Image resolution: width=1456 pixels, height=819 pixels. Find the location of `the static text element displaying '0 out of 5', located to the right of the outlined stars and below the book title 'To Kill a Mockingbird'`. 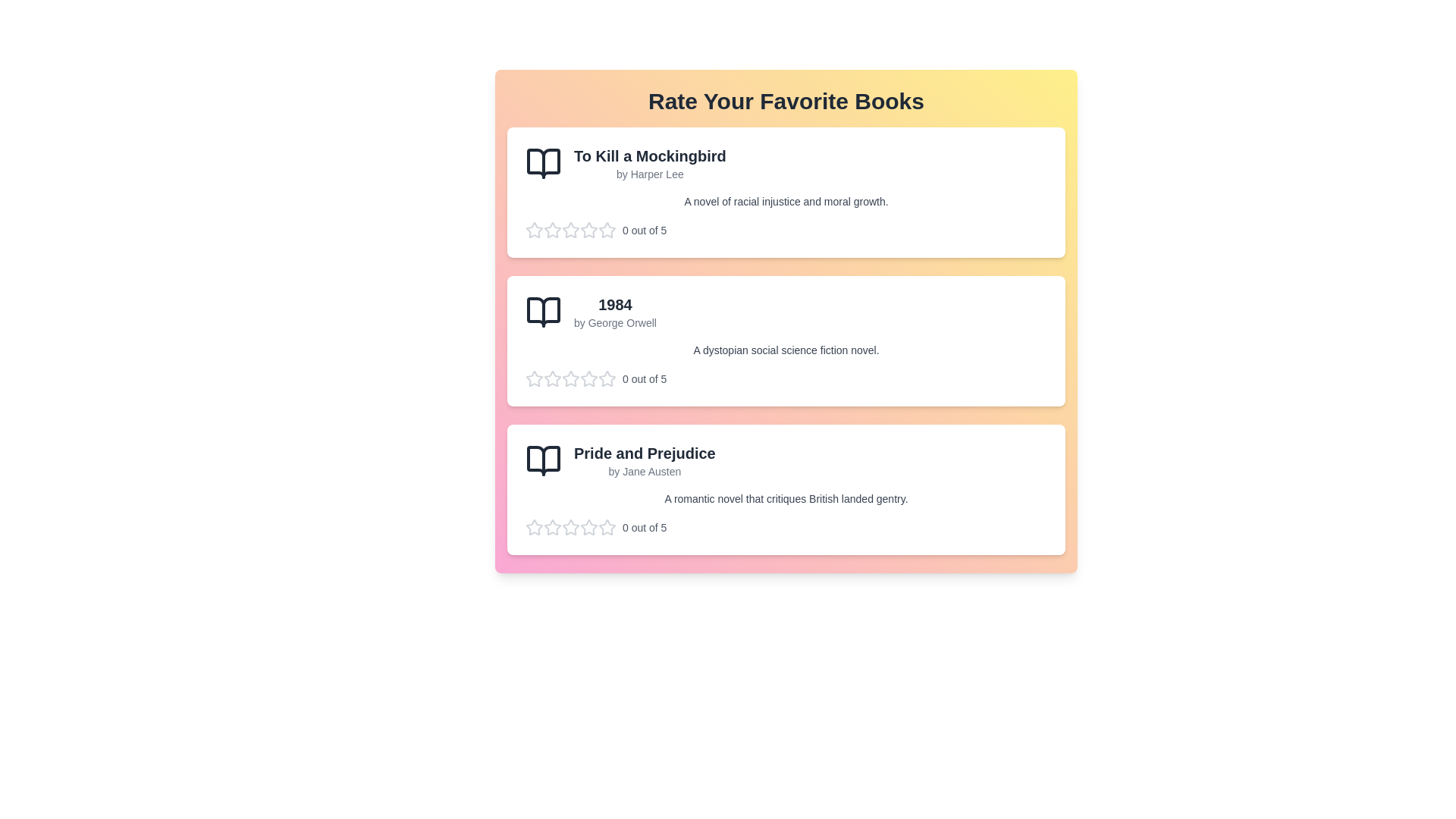

the static text element displaying '0 out of 5', located to the right of the outlined stars and below the book title 'To Kill a Mockingbird' is located at coordinates (645, 231).